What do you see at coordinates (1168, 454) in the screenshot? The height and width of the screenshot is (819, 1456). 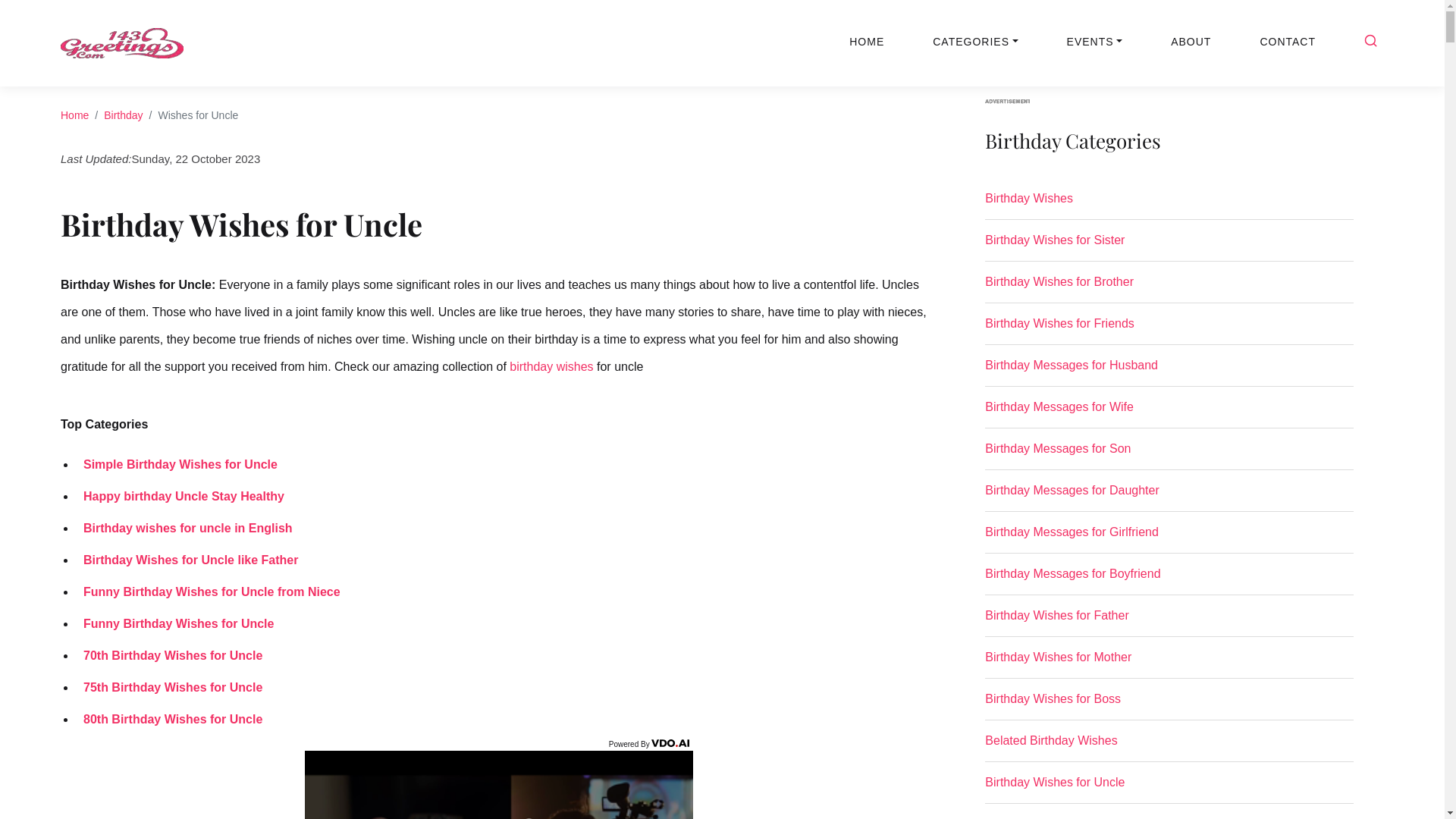 I see `'Birthday Messages for Son'` at bounding box center [1168, 454].